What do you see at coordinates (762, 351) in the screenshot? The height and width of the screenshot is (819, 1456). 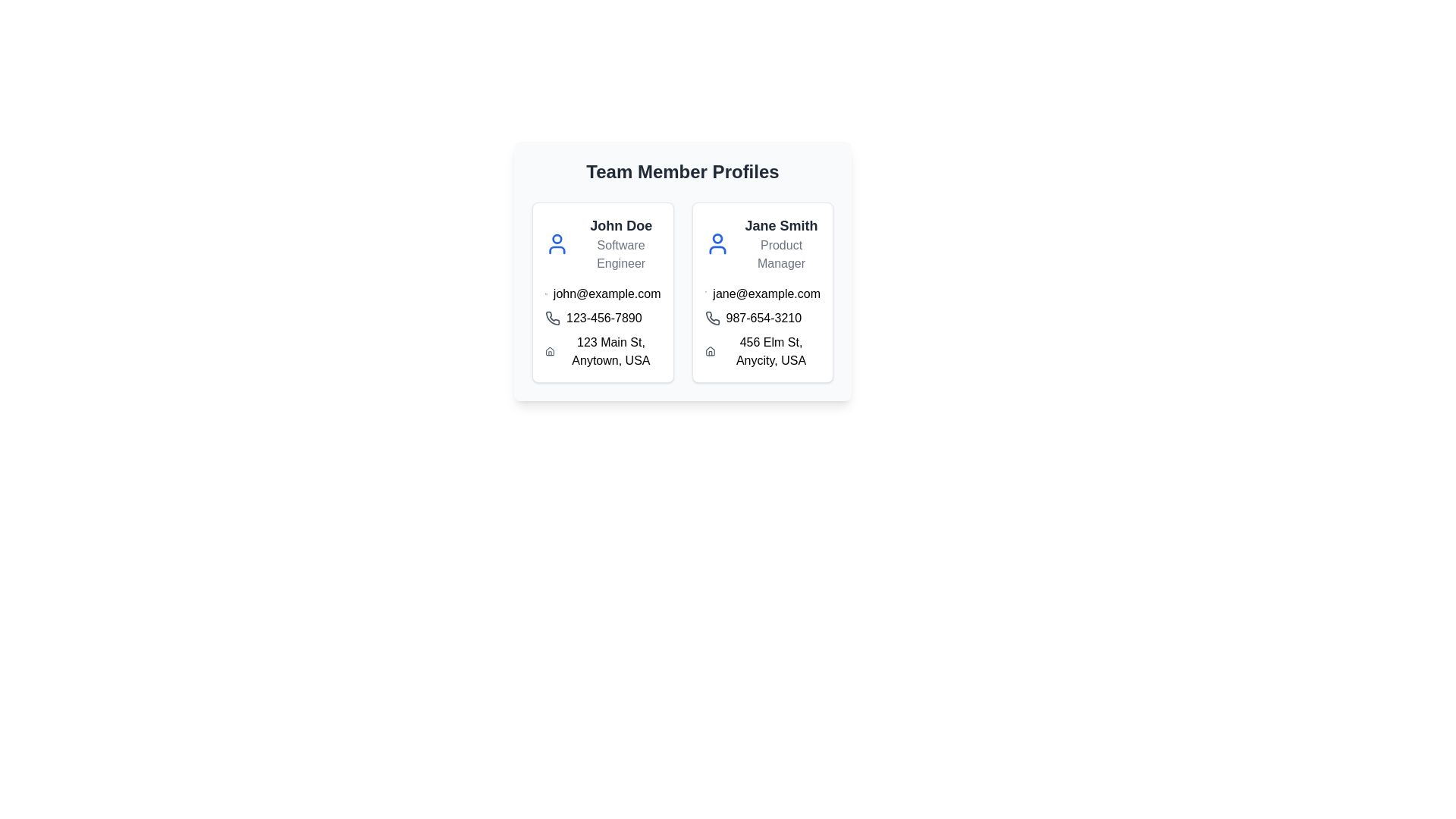 I see `the address text element associated with 'Jane Smith', located in the second column under the 'Jane Smith Product Manager' card, following the phone number` at bounding box center [762, 351].